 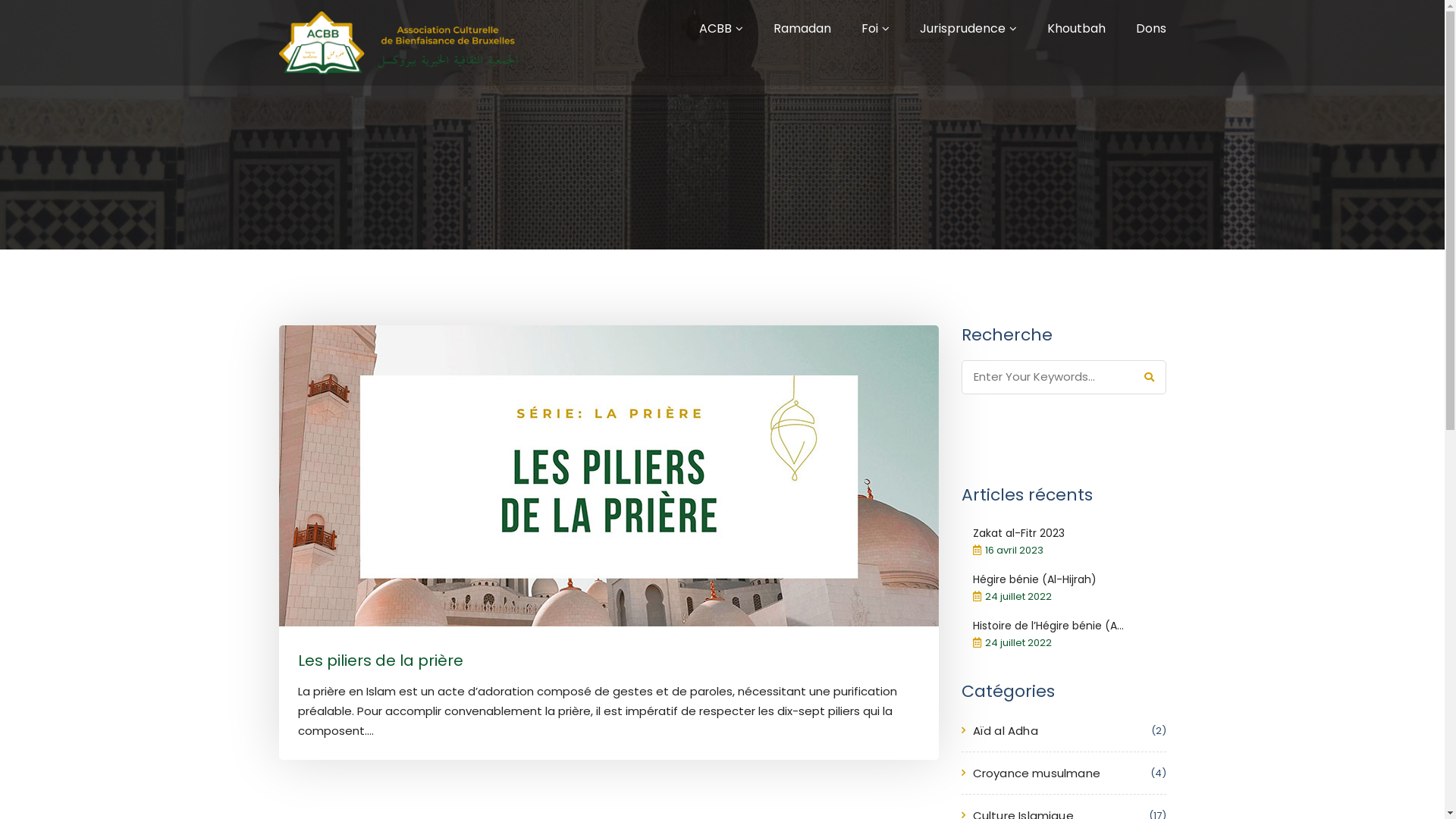 I want to click on 'Ramadan', so click(x=801, y=28).